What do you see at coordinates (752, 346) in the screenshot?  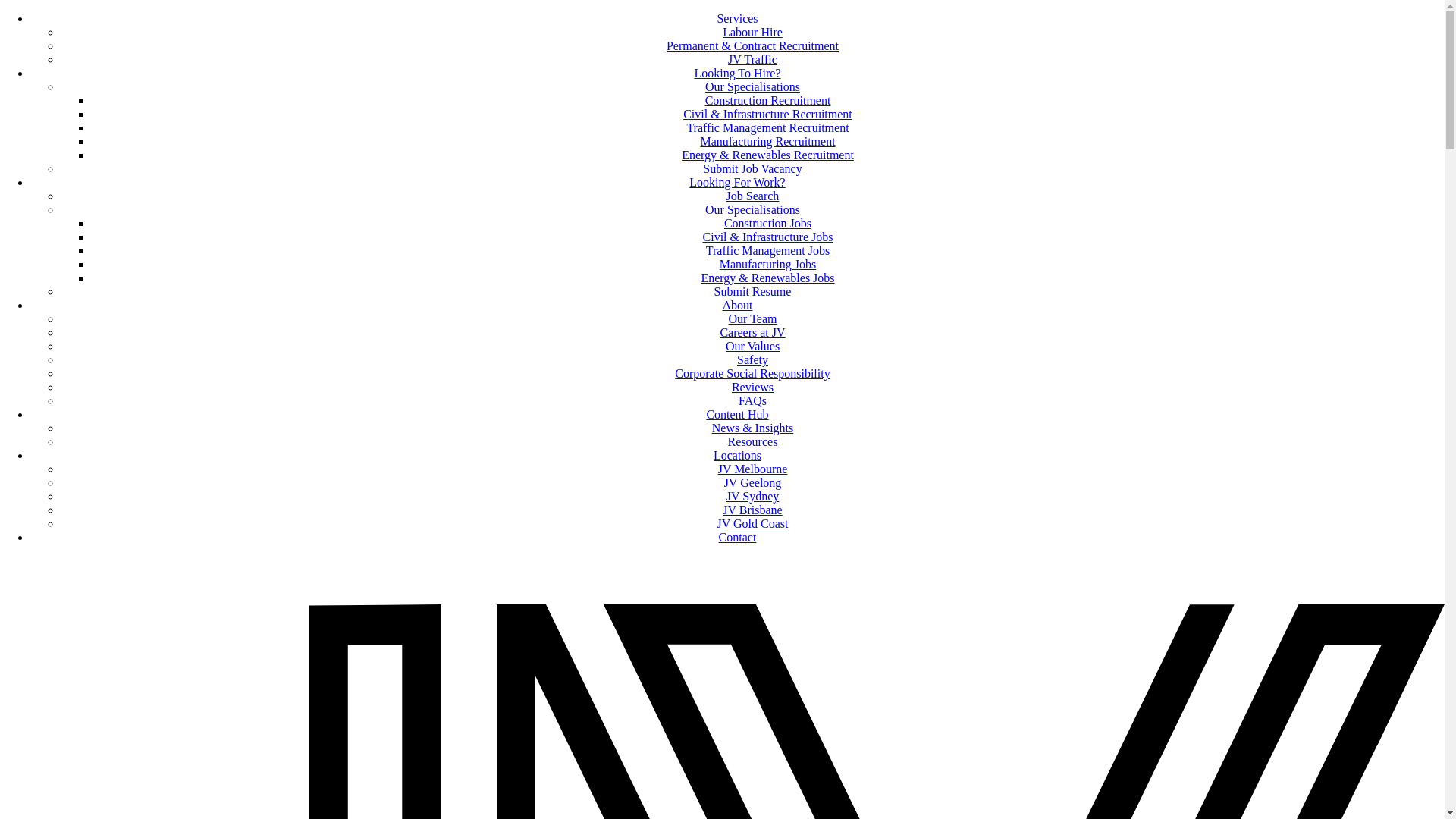 I see `'Our Values'` at bounding box center [752, 346].